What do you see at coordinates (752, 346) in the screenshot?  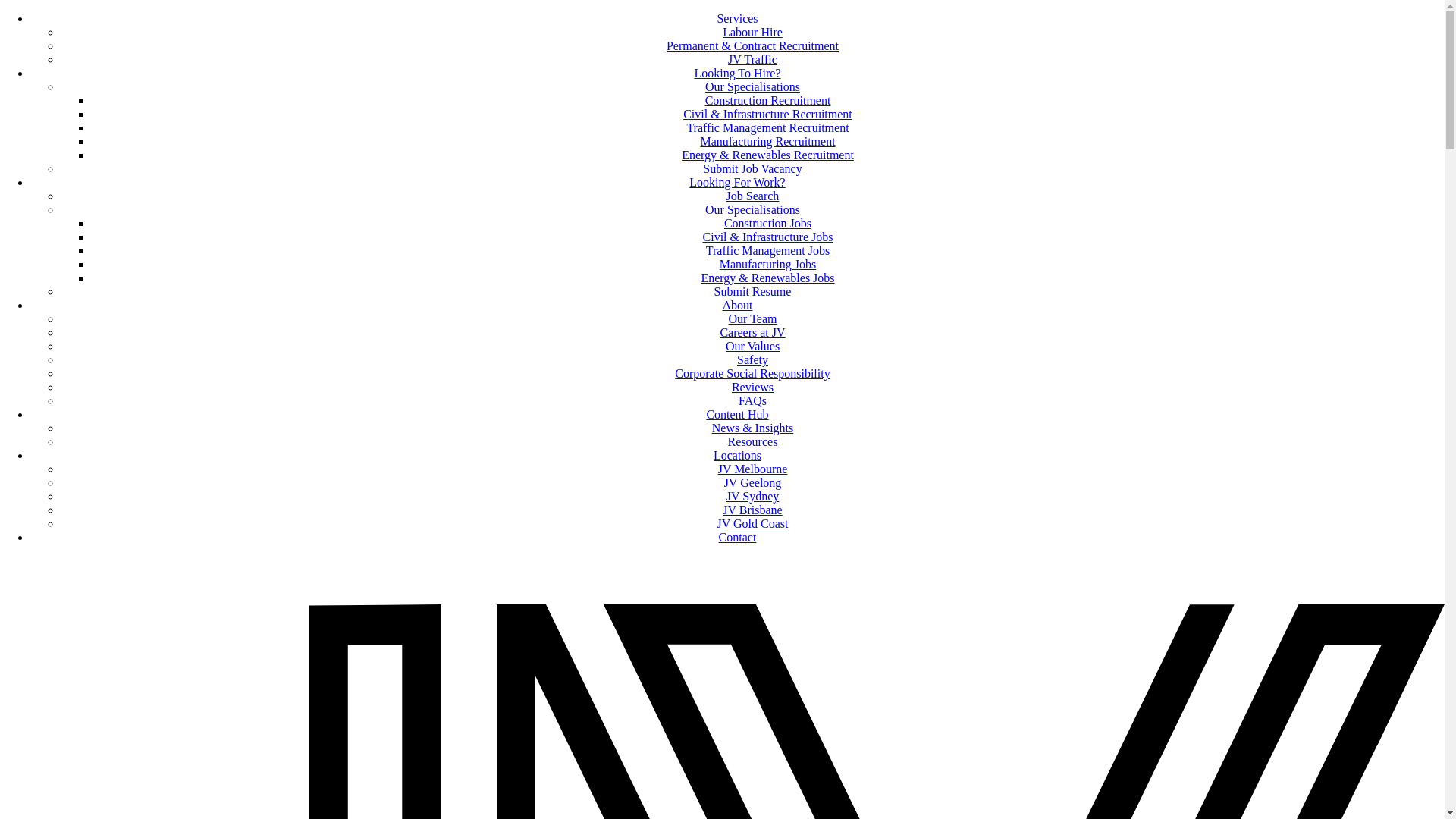 I see `'Our Values'` at bounding box center [752, 346].